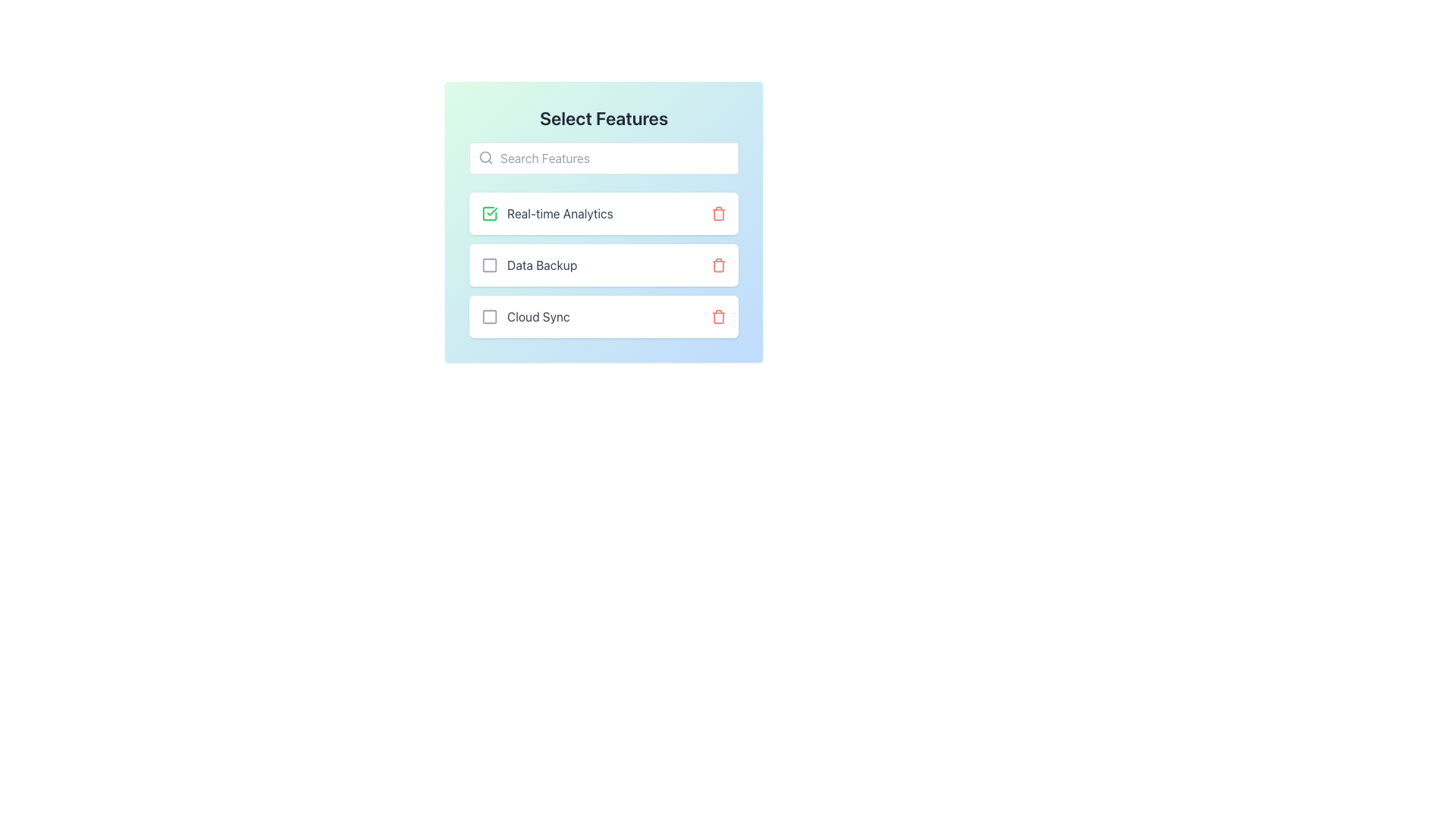 The width and height of the screenshot is (1456, 819). What do you see at coordinates (529, 265) in the screenshot?
I see `the 'Data Backup' checkbox and its label in the list of selectable elements below 'Select Features'` at bounding box center [529, 265].